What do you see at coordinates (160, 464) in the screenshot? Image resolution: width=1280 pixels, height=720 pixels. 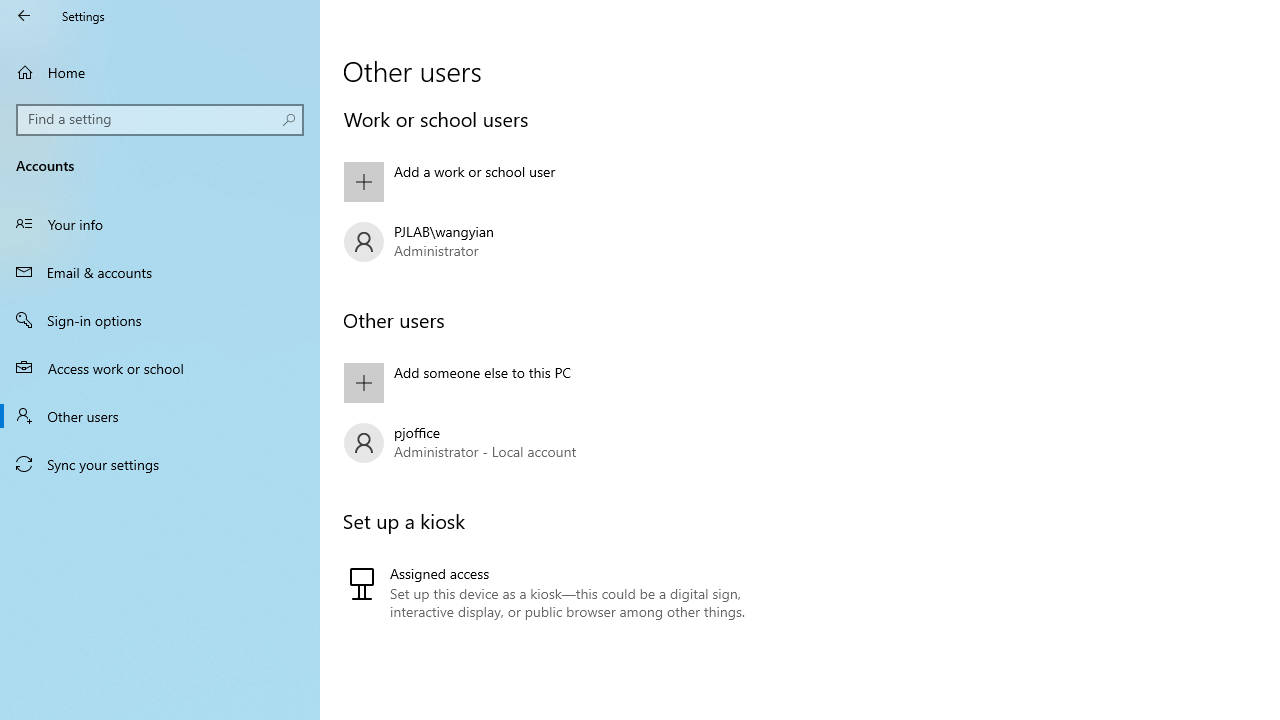 I see `'Sync your settings'` at bounding box center [160, 464].